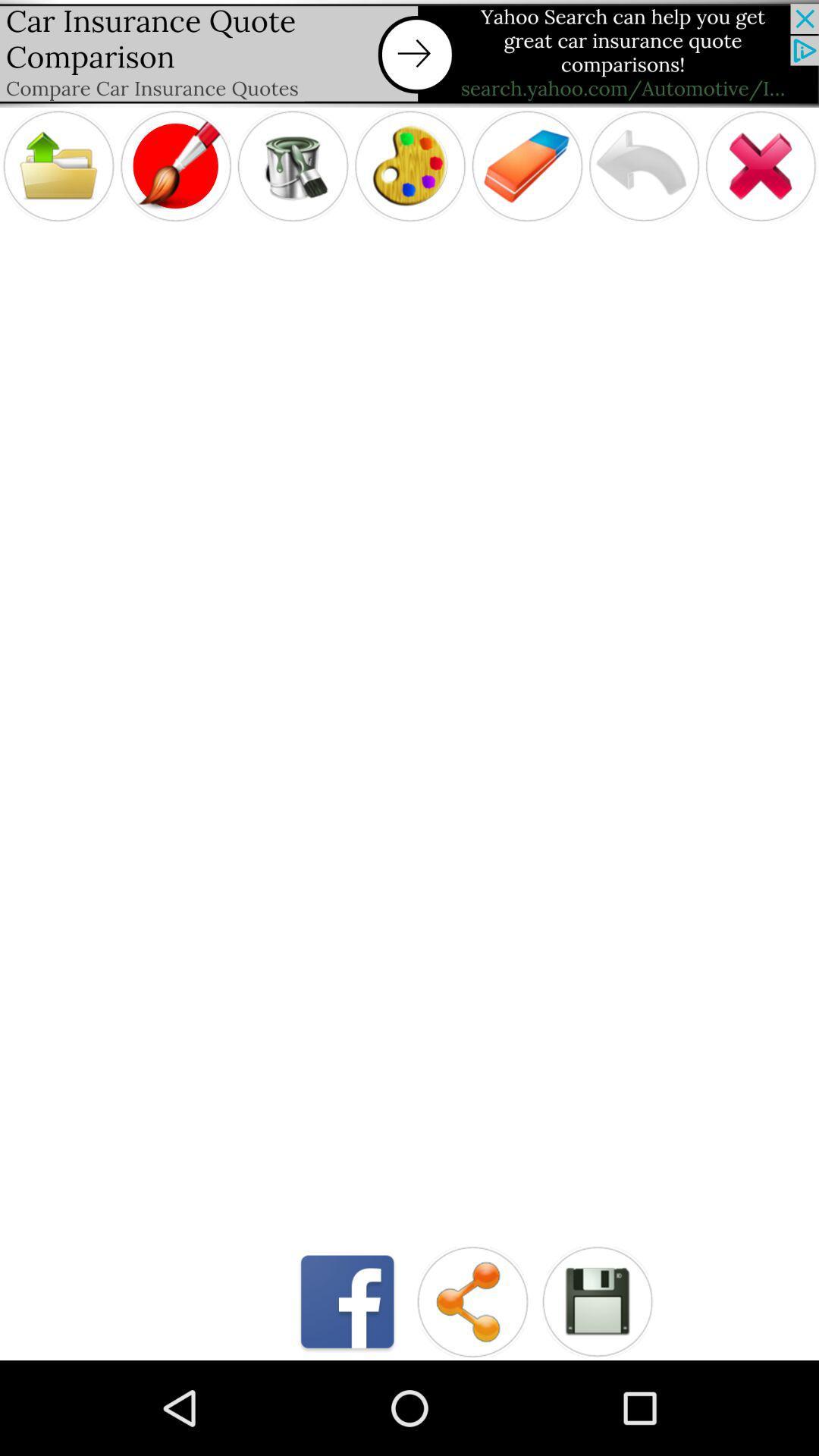 Image resolution: width=819 pixels, height=1456 pixels. I want to click on click on folder, so click(58, 166).